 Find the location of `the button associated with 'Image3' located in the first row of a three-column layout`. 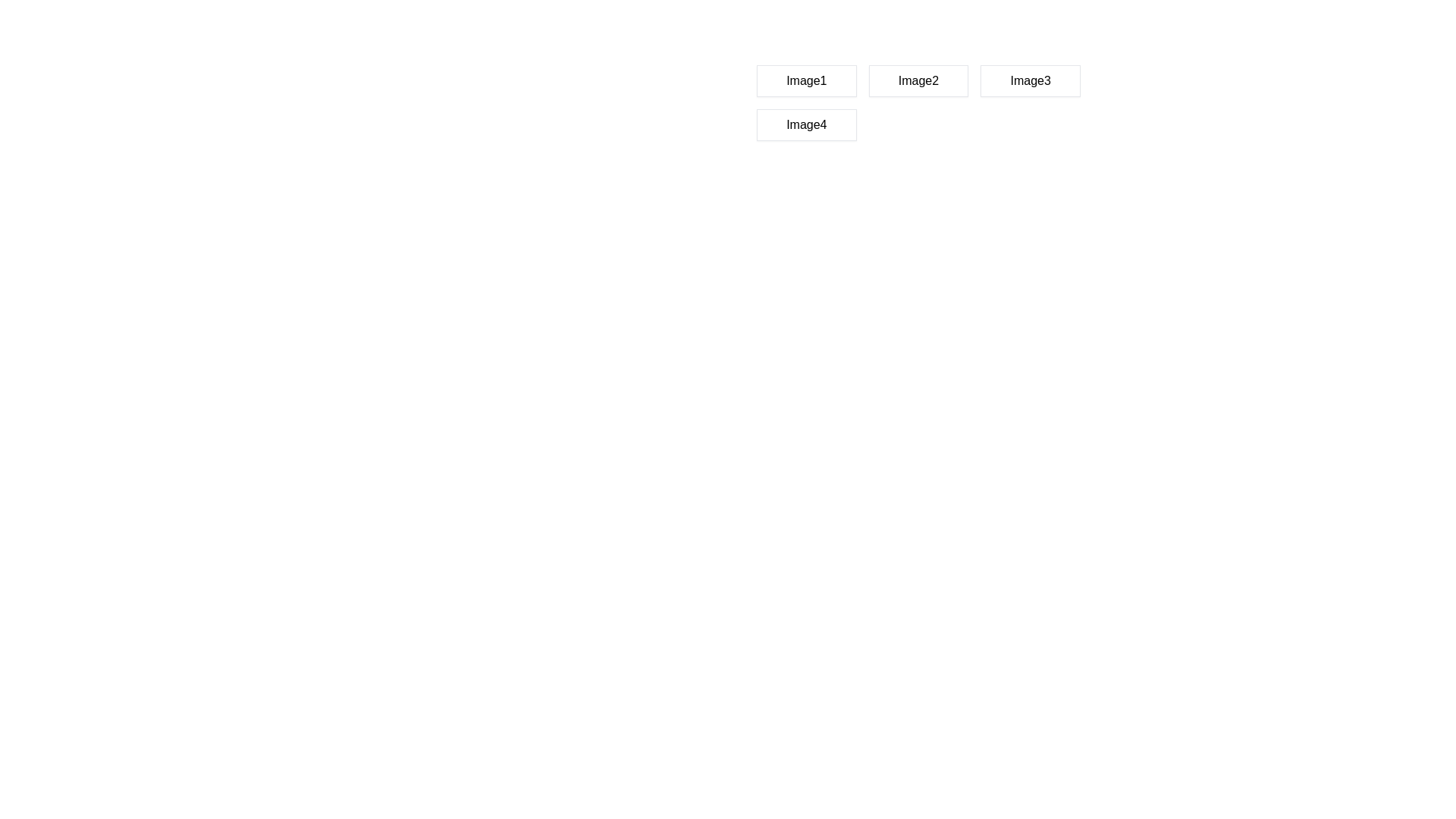

the button associated with 'Image3' located in the first row of a three-column layout is located at coordinates (1030, 81).